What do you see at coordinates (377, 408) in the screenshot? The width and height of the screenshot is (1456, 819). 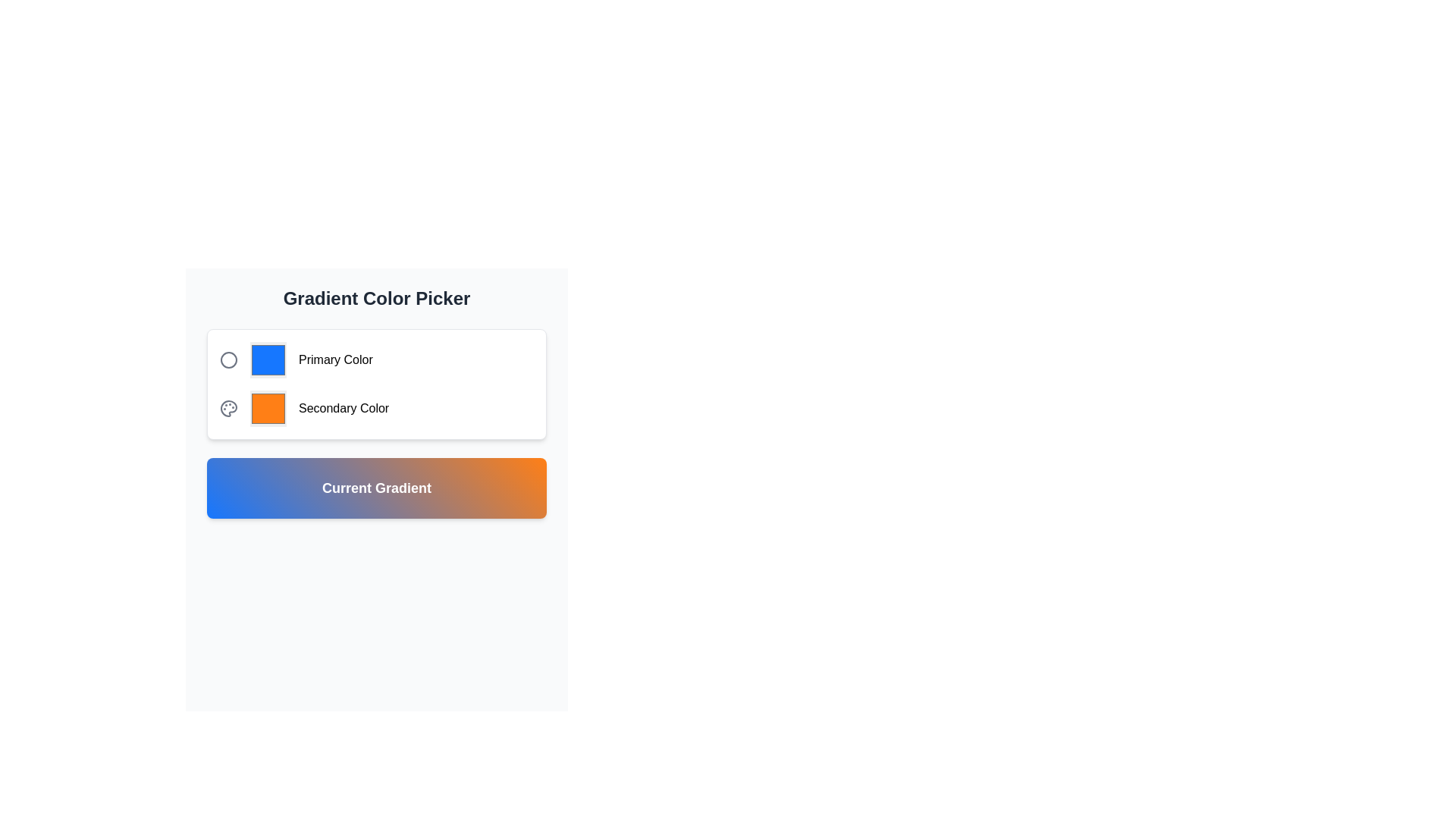 I see `the interactive color input label located in the 'Gradient Color Picker' section, which allows customization of the secondary color` at bounding box center [377, 408].